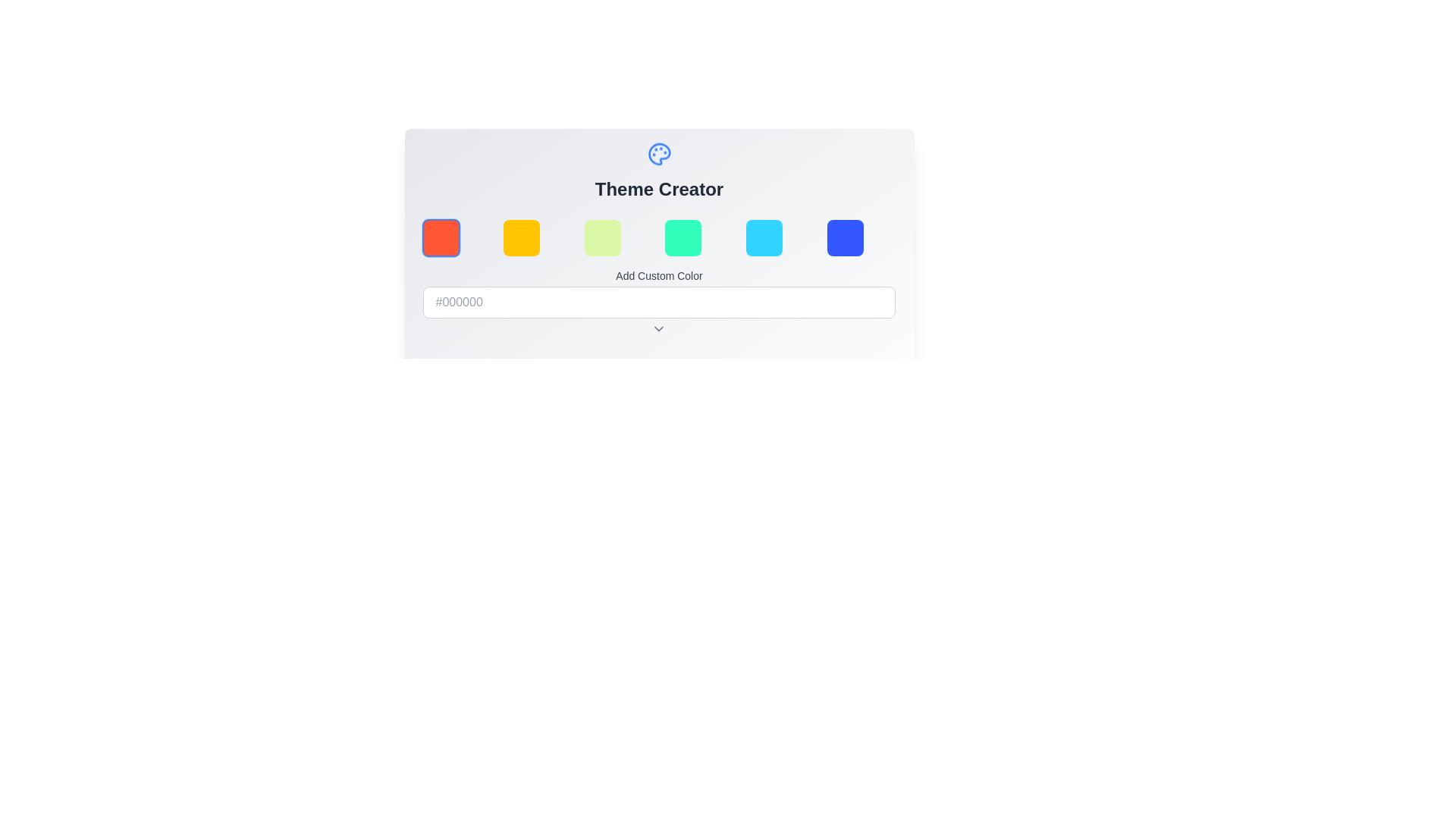 Image resolution: width=1456 pixels, height=819 pixels. Describe the element at coordinates (659, 155) in the screenshot. I see `the blue circular palette icon with small circles inside, located at the top center of the 'Theme Creator' section, for recognition` at that location.